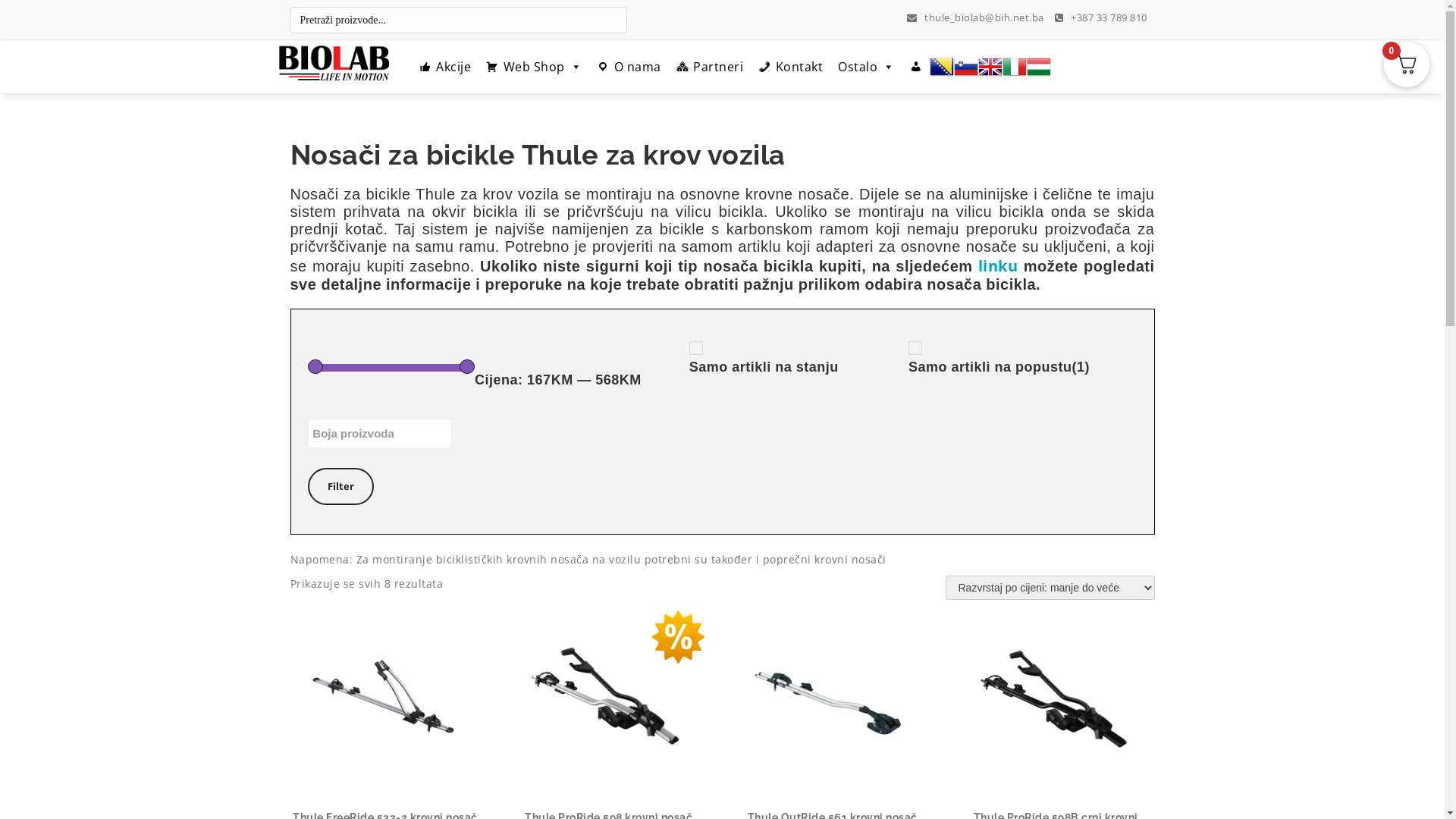 The height and width of the screenshot is (819, 1456). Describe the element at coordinates (340, 486) in the screenshot. I see `'Filter'` at that location.